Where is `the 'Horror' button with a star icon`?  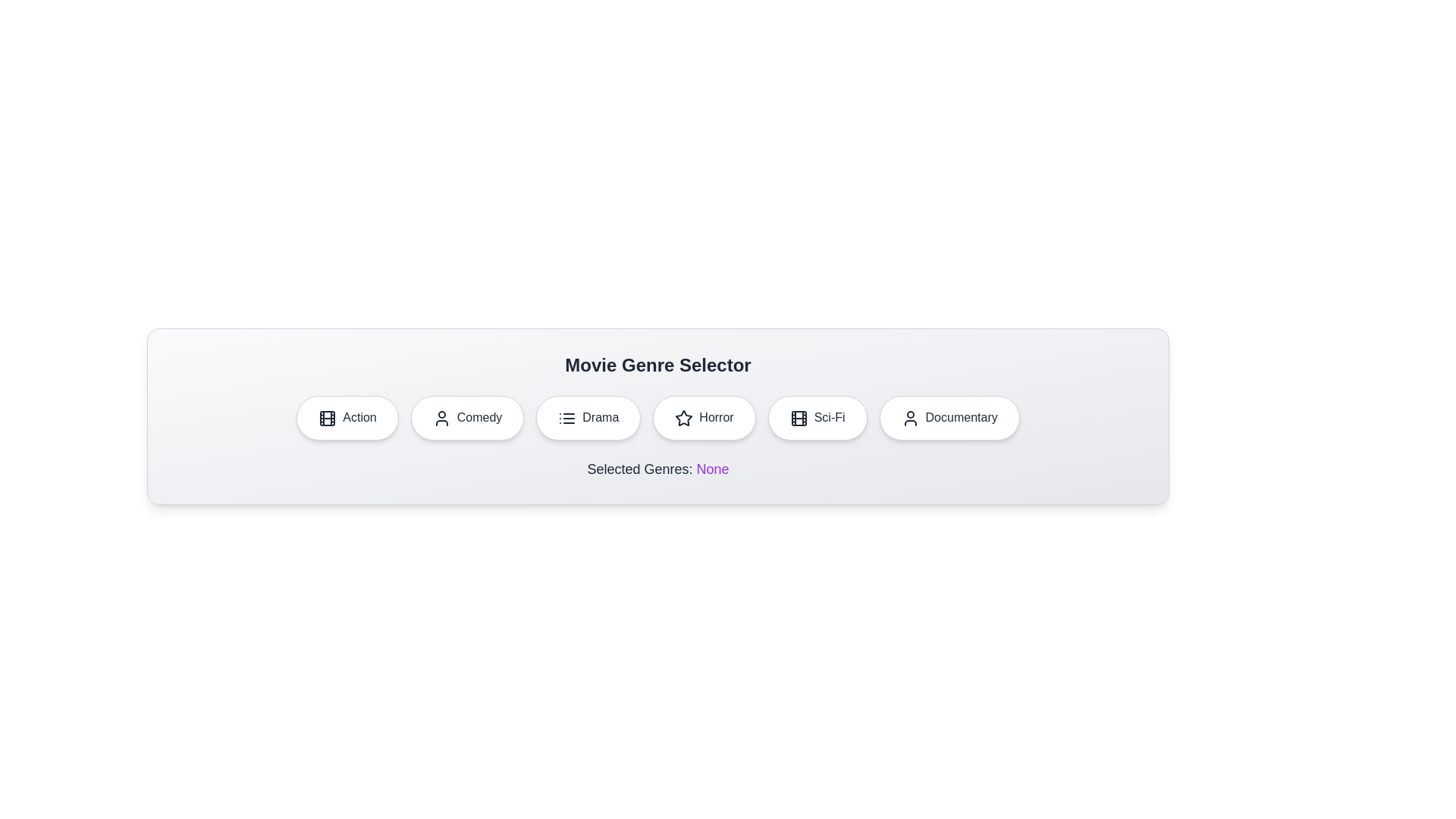
the 'Horror' button with a star icon is located at coordinates (704, 418).